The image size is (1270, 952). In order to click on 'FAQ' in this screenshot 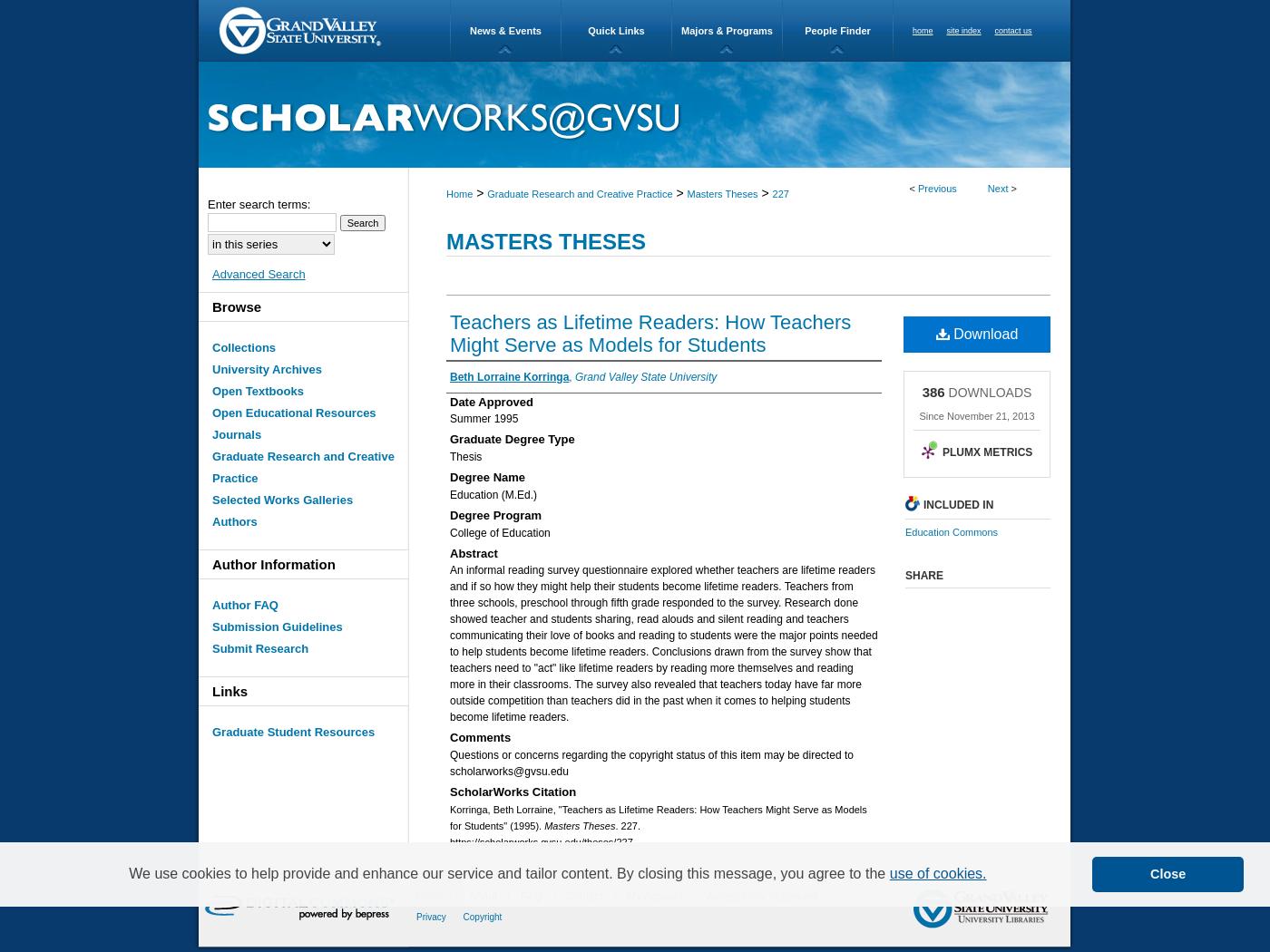, I will do `click(532, 896)`.